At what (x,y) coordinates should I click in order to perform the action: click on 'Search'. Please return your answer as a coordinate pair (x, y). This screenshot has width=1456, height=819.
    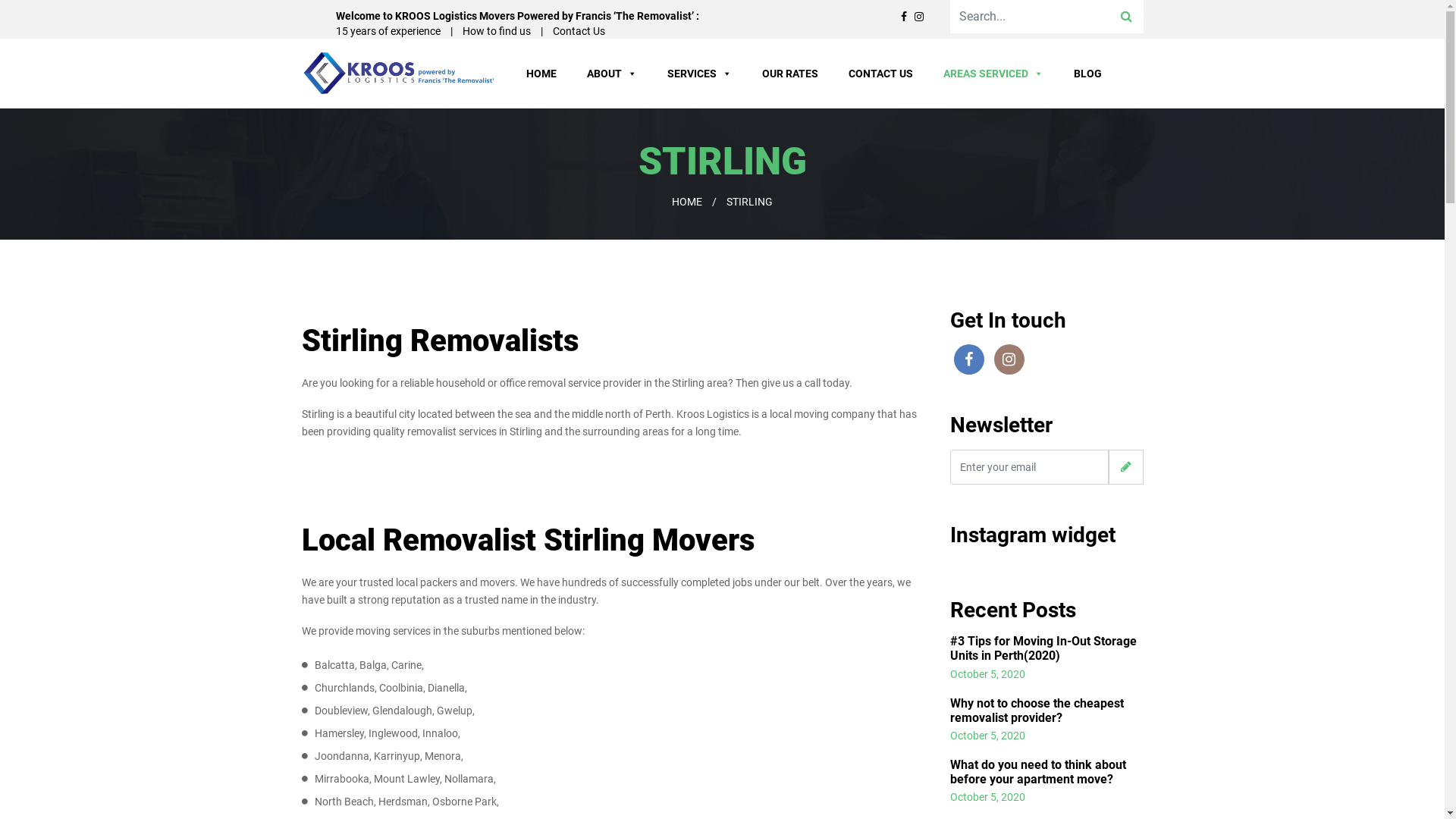
    Looking at the image, I should click on (1109, 17).